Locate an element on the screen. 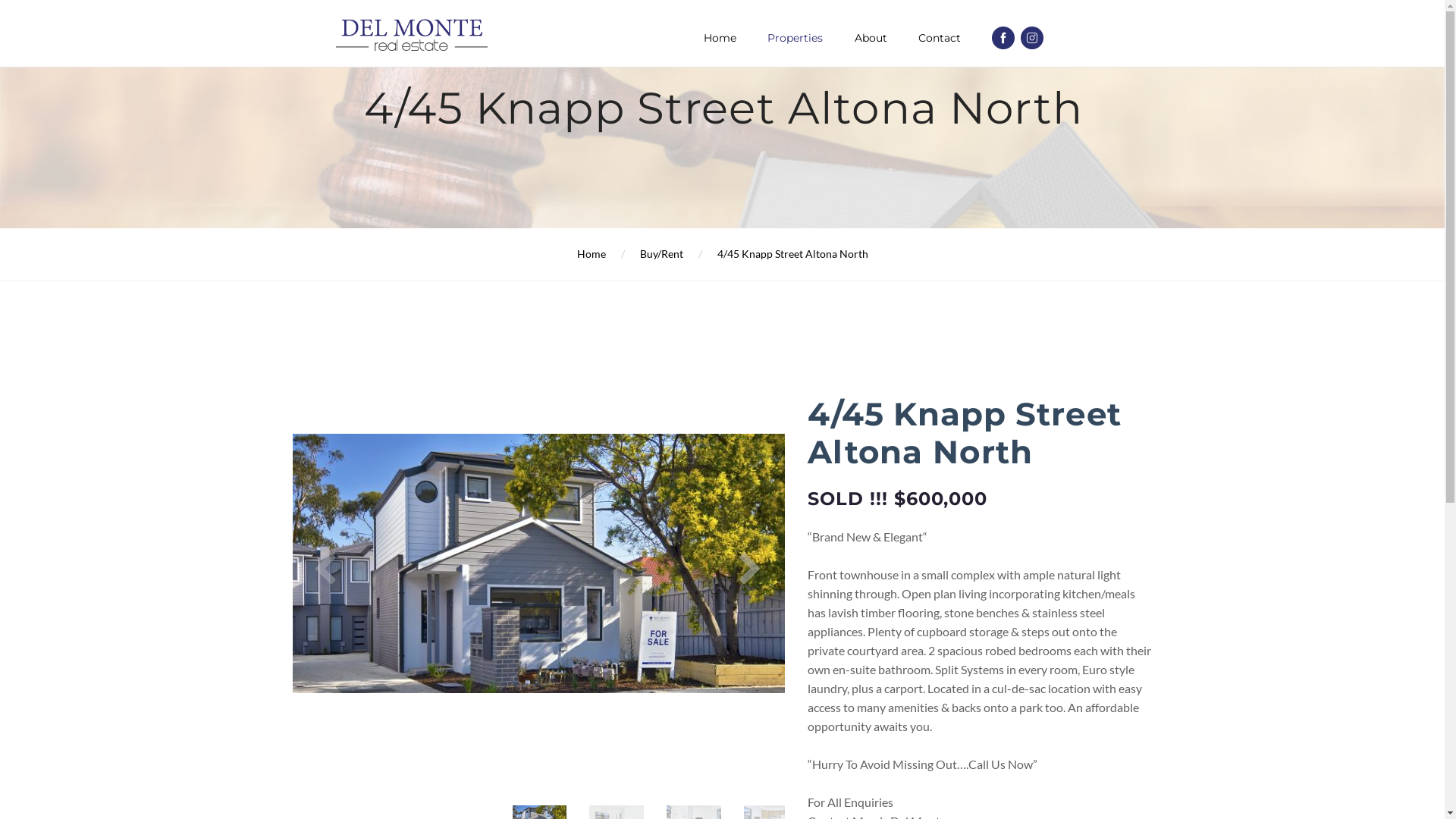 This screenshot has height=819, width=1456. 'Contact' is located at coordinates (917, 37).